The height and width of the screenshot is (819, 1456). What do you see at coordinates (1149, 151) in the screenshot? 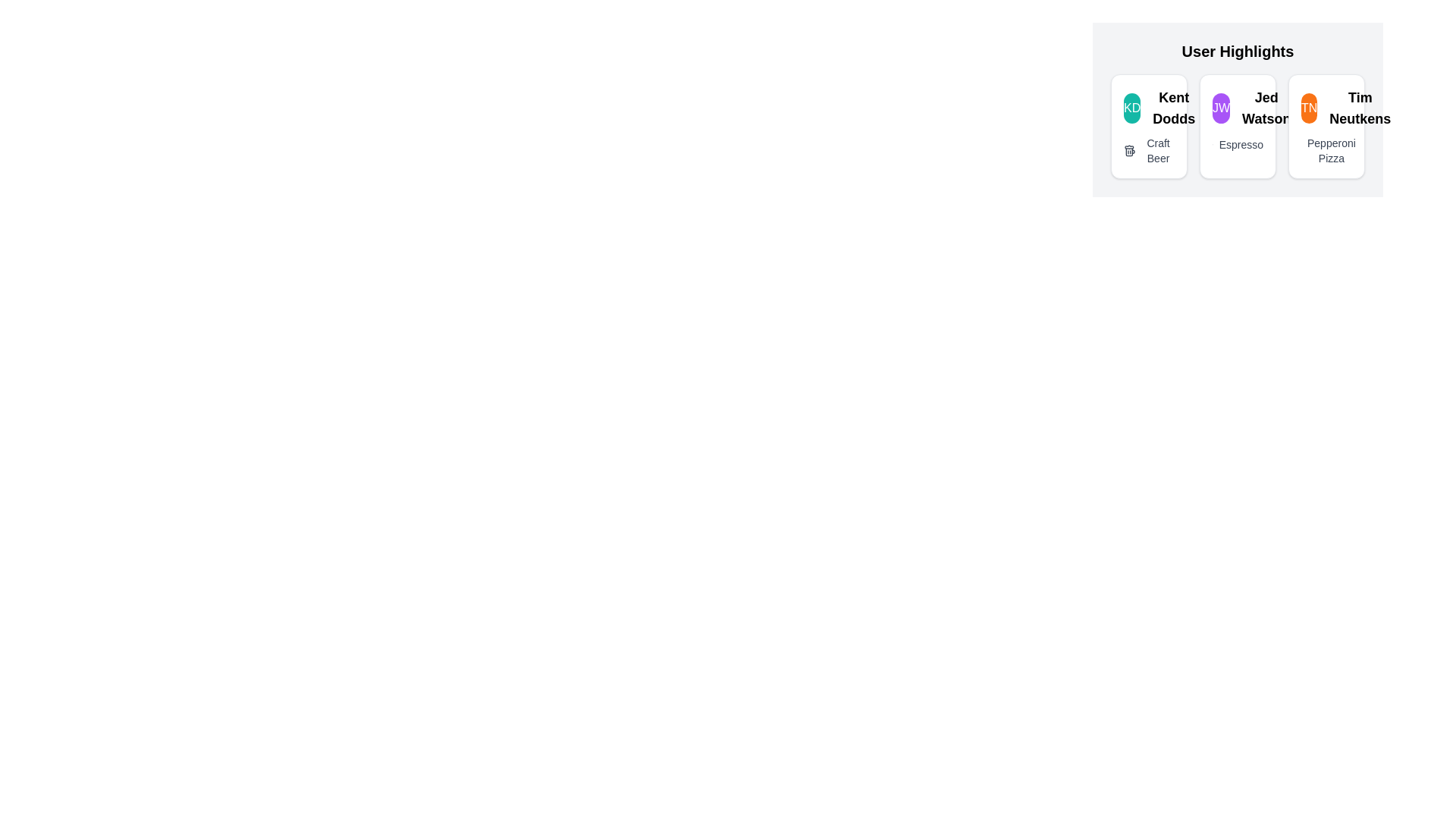
I see `the icon associated with the 'Craft Beer' text for user 'Kent Dodds', which is located below the user's name` at bounding box center [1149, 151].